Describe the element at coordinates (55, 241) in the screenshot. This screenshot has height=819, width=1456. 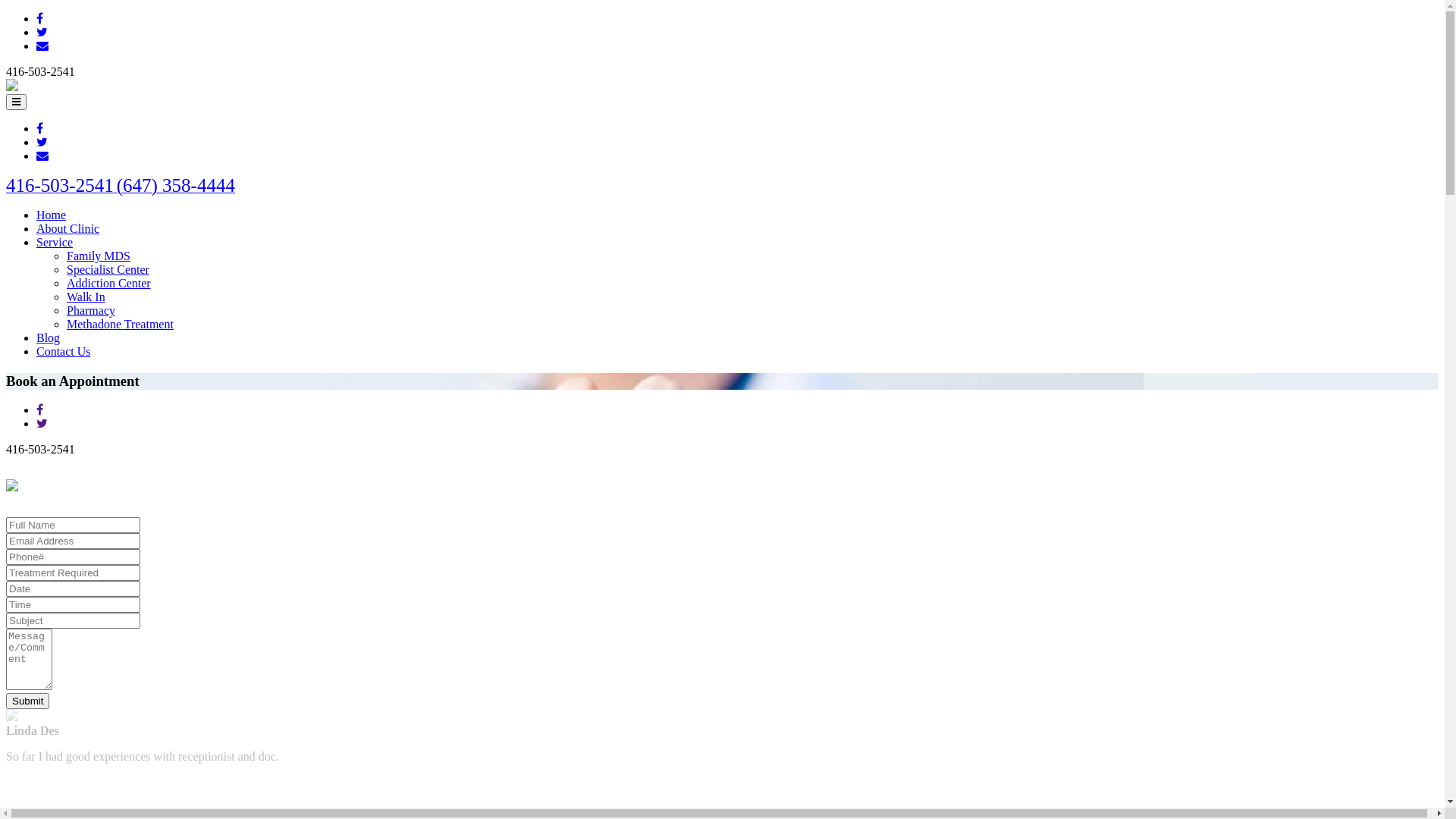
I see `'Service'` at that location.